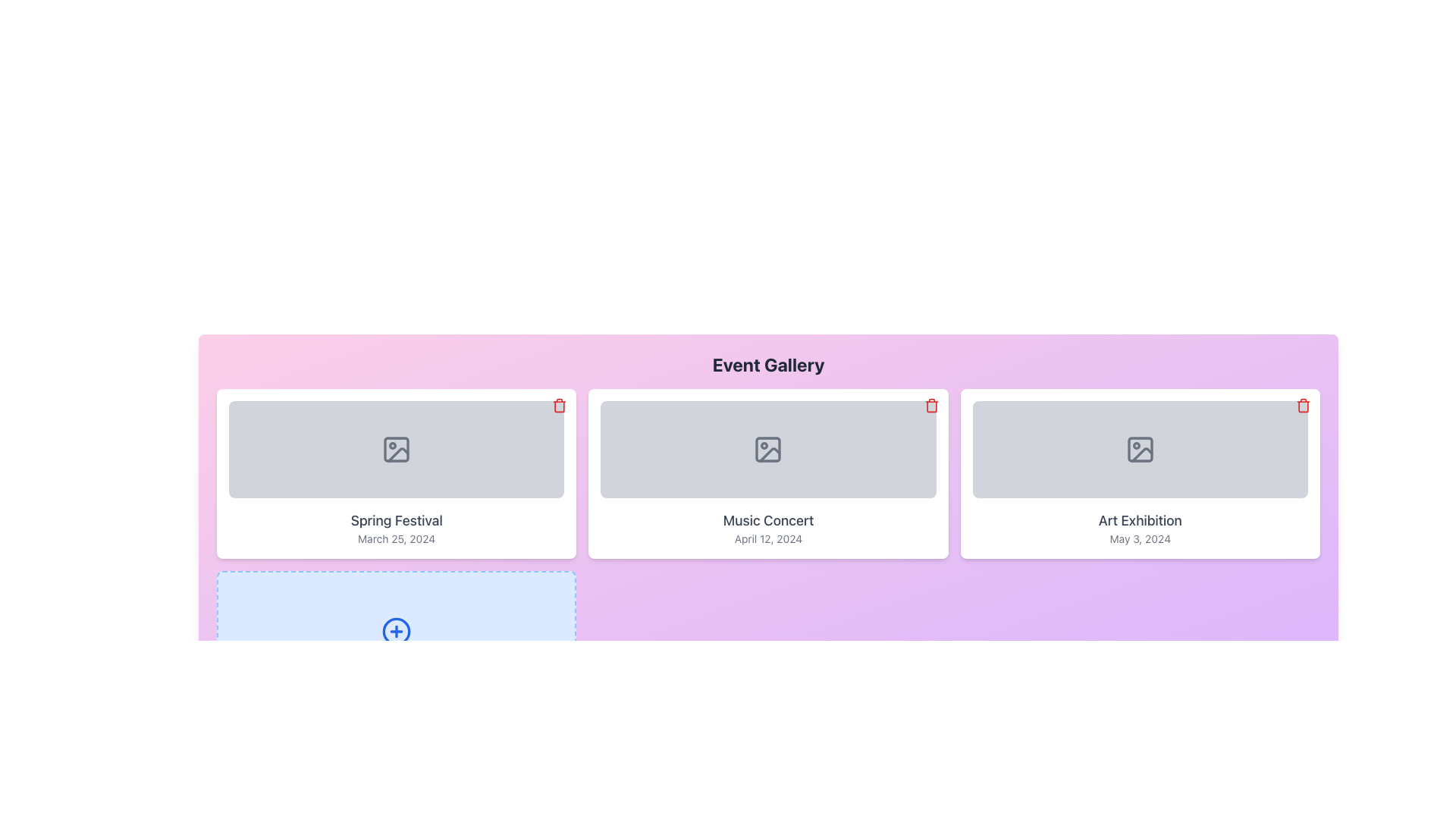 The image size is (1456, 819). Describe the element at coordinates (397, 643) in the screenshot. I see `the circular 'Add Event' button located in the bottom row of the interface below the 'Spring Festival' card` at that location.